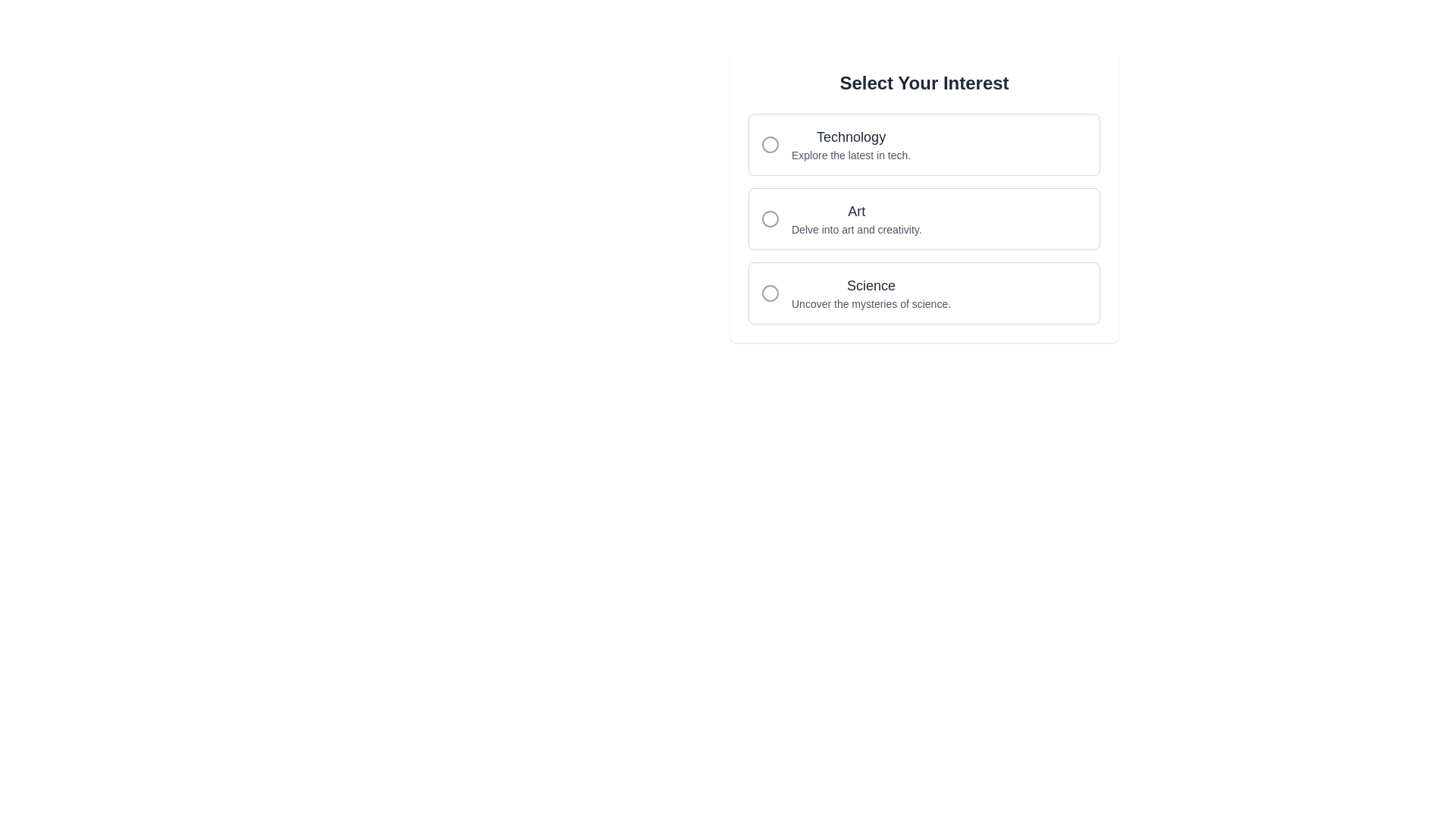 The width and height of the screenshot is (1456, 819). What do you see at coordinates (924, 197) in the screenshot?
I see `the 'Select Your Interest' section containing the buttons for 'Technology', 'Art', and 'Science'` at bounding box center [924, 197].